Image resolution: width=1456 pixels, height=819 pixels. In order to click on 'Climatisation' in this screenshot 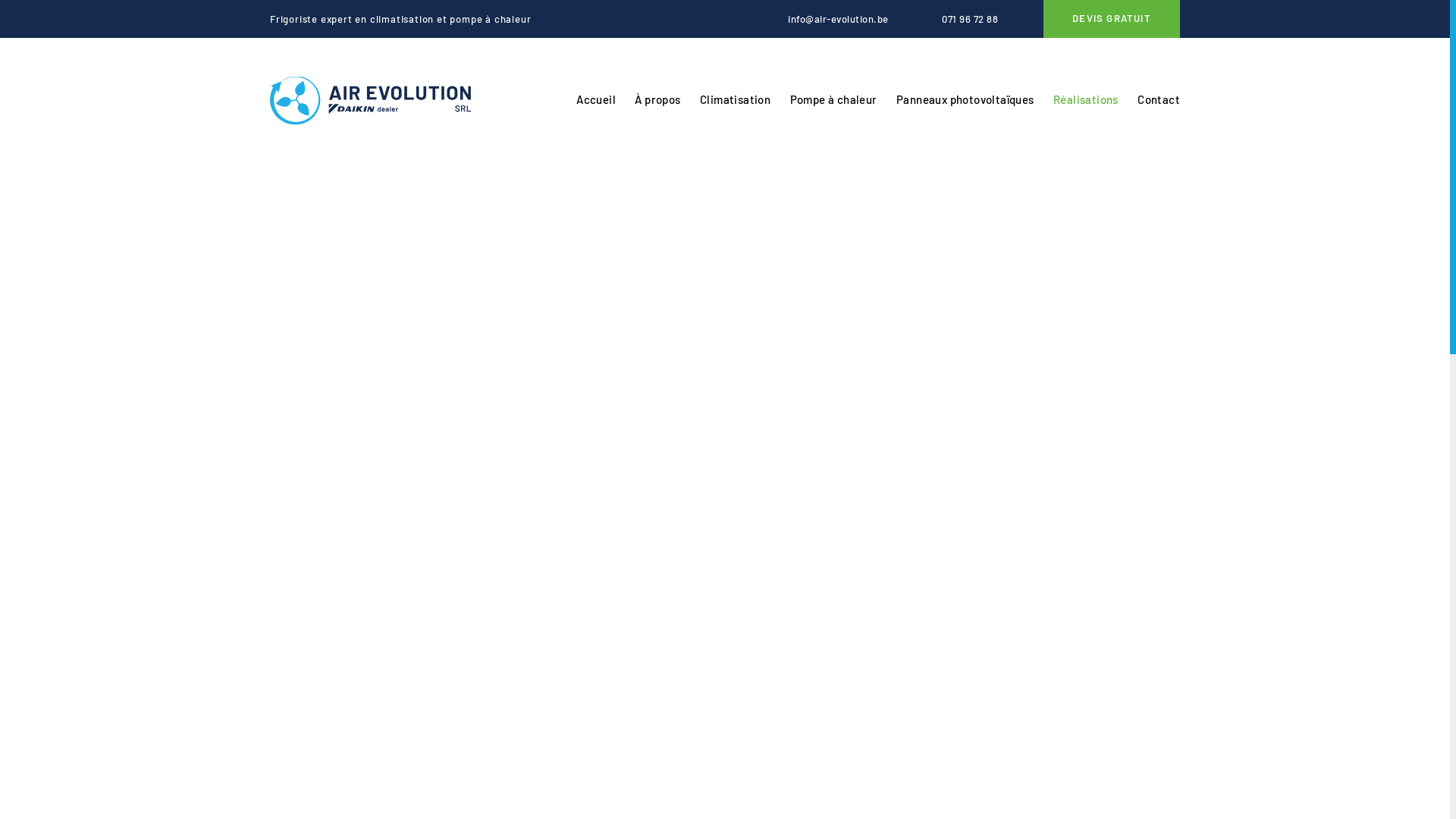, I will do `click(735, 100)`.